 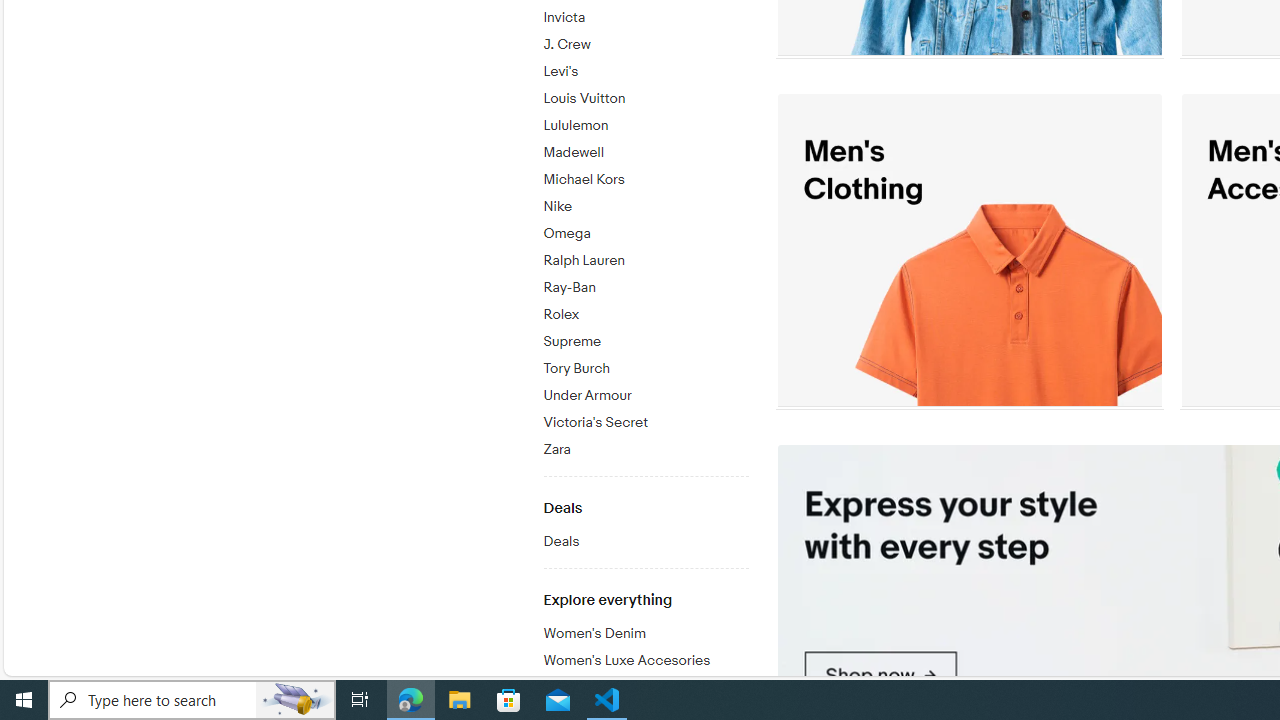 What do you see at coordinates (645, 67) in the screenshot?
I see `'Levi'` at bounding box center [645, 67].